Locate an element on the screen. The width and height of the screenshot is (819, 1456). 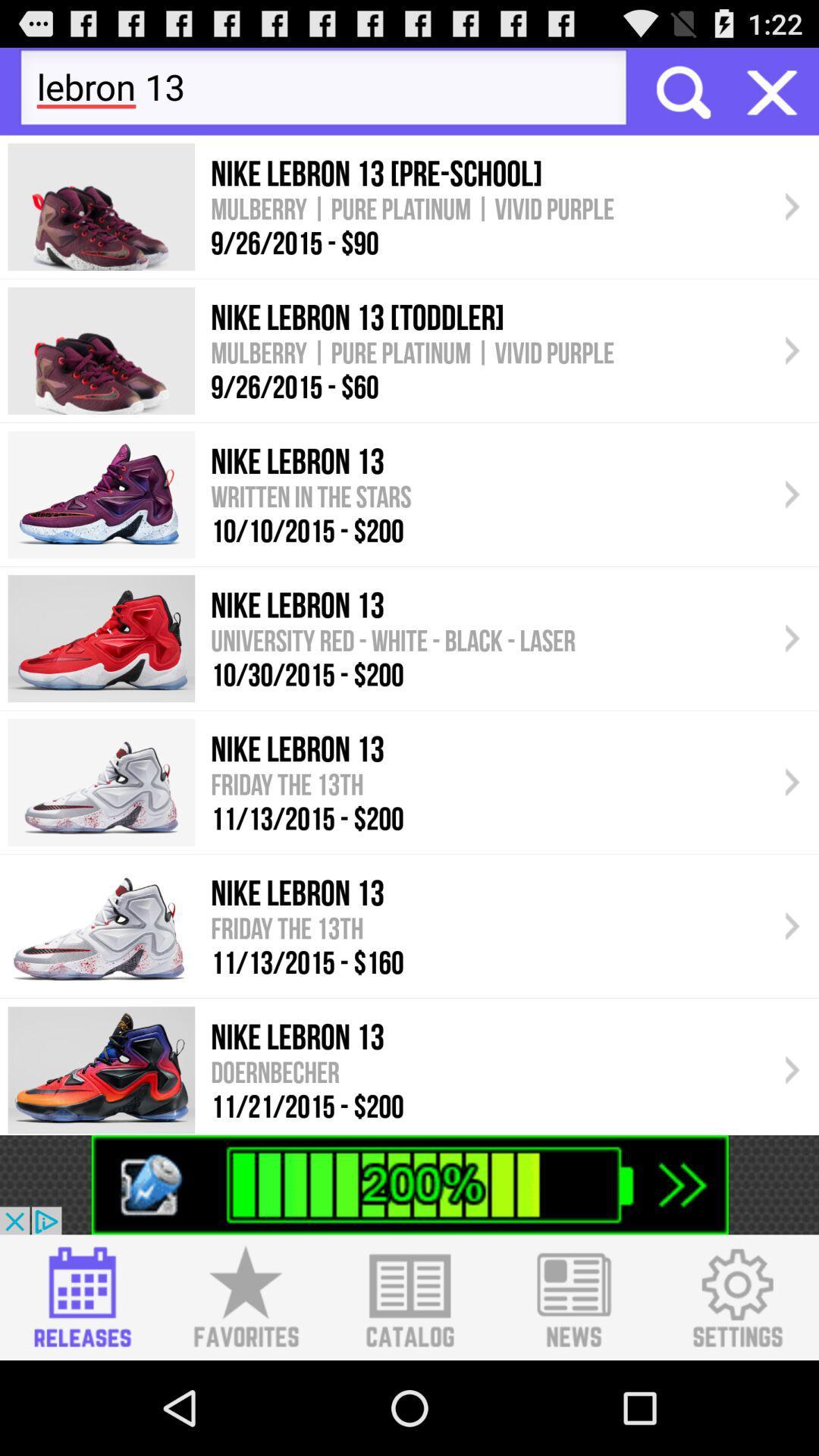
open releases is located at coordinates (82, 1297).